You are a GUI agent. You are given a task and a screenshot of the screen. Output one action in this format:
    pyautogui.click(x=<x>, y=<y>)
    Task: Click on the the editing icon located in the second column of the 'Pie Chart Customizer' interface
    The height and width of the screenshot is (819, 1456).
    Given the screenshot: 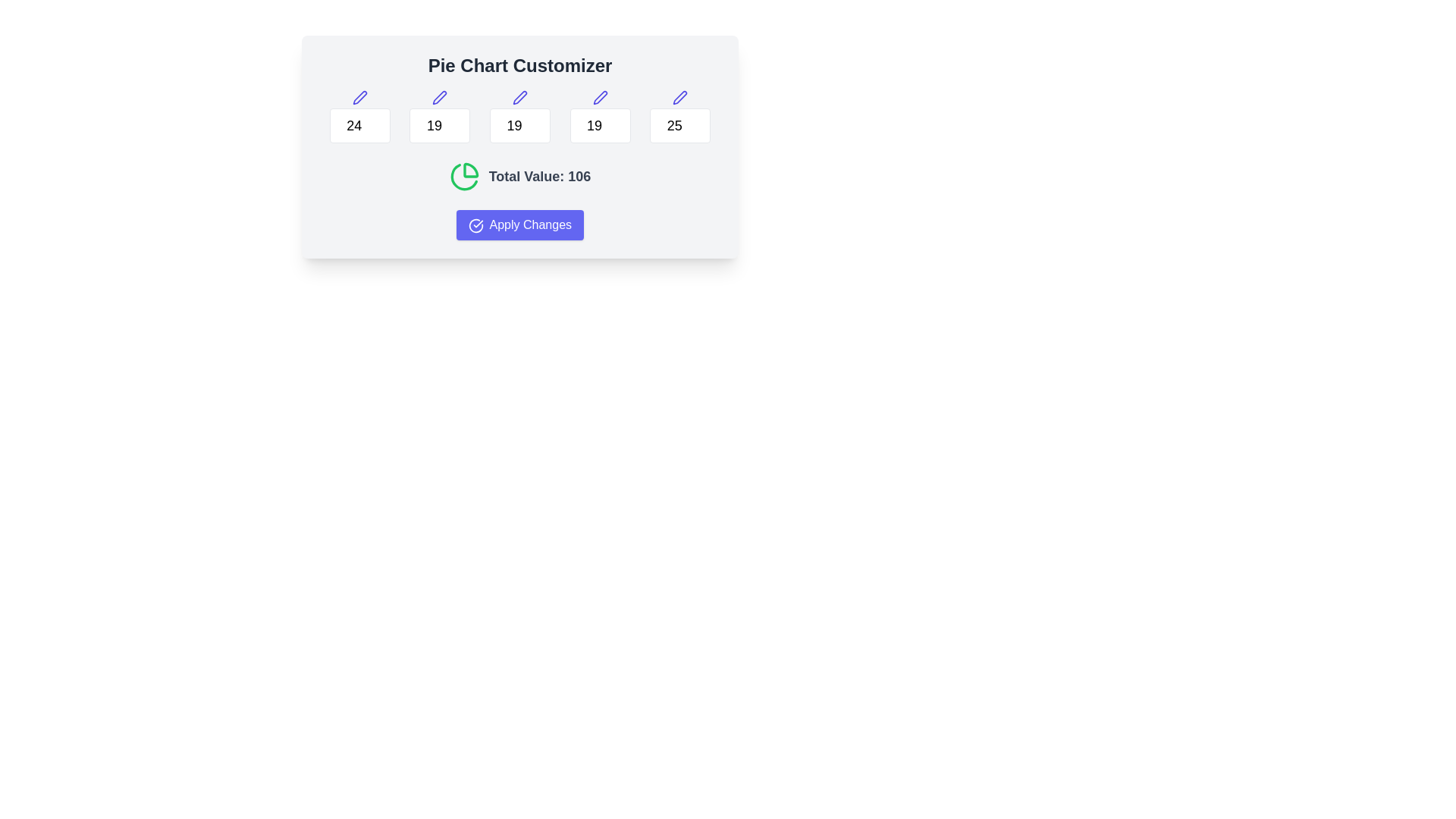 What is the action you would take?
    pyautogui.click(x=439, y=97)
    